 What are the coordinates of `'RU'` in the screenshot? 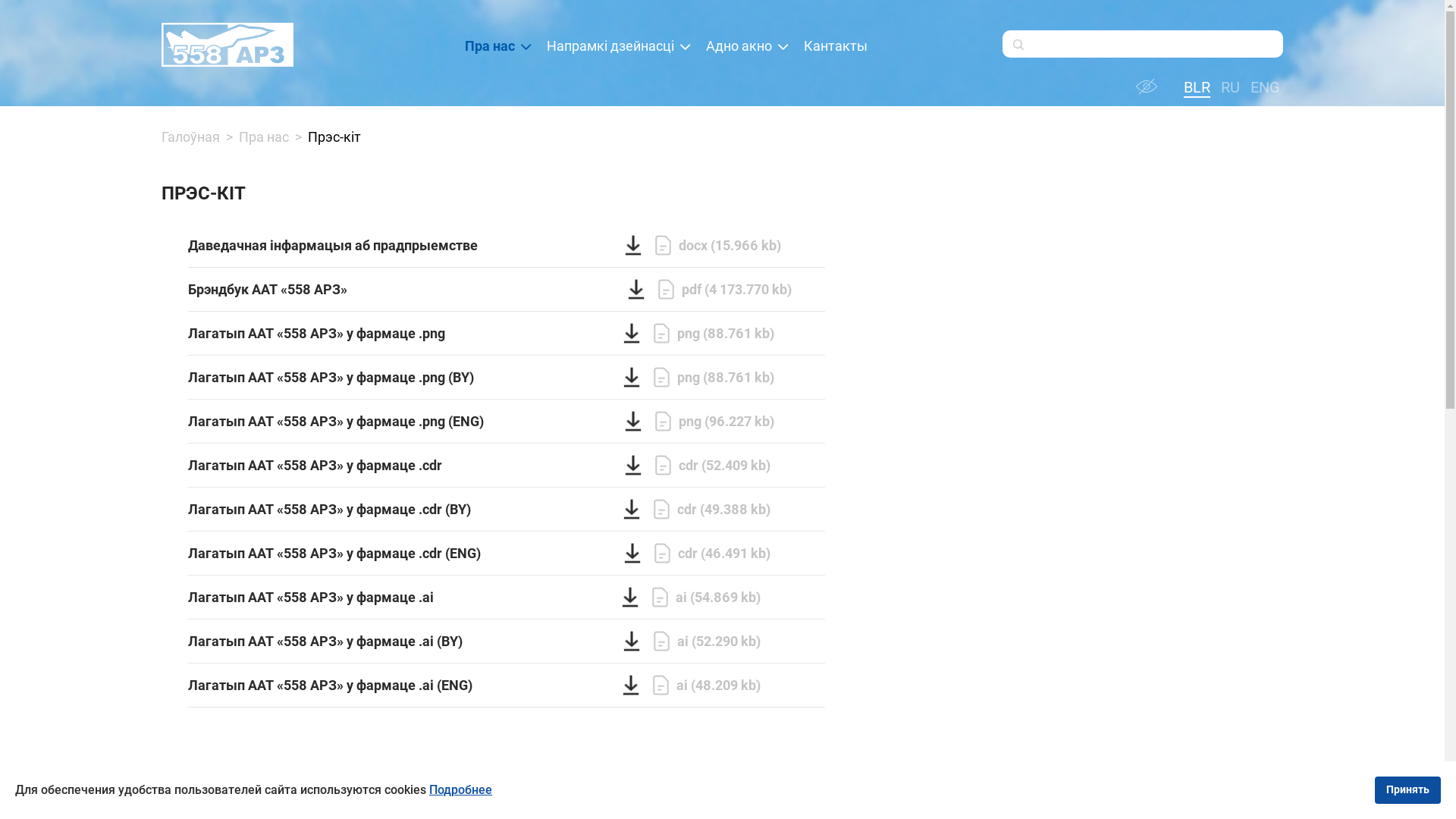 It's located at (1227, 87).